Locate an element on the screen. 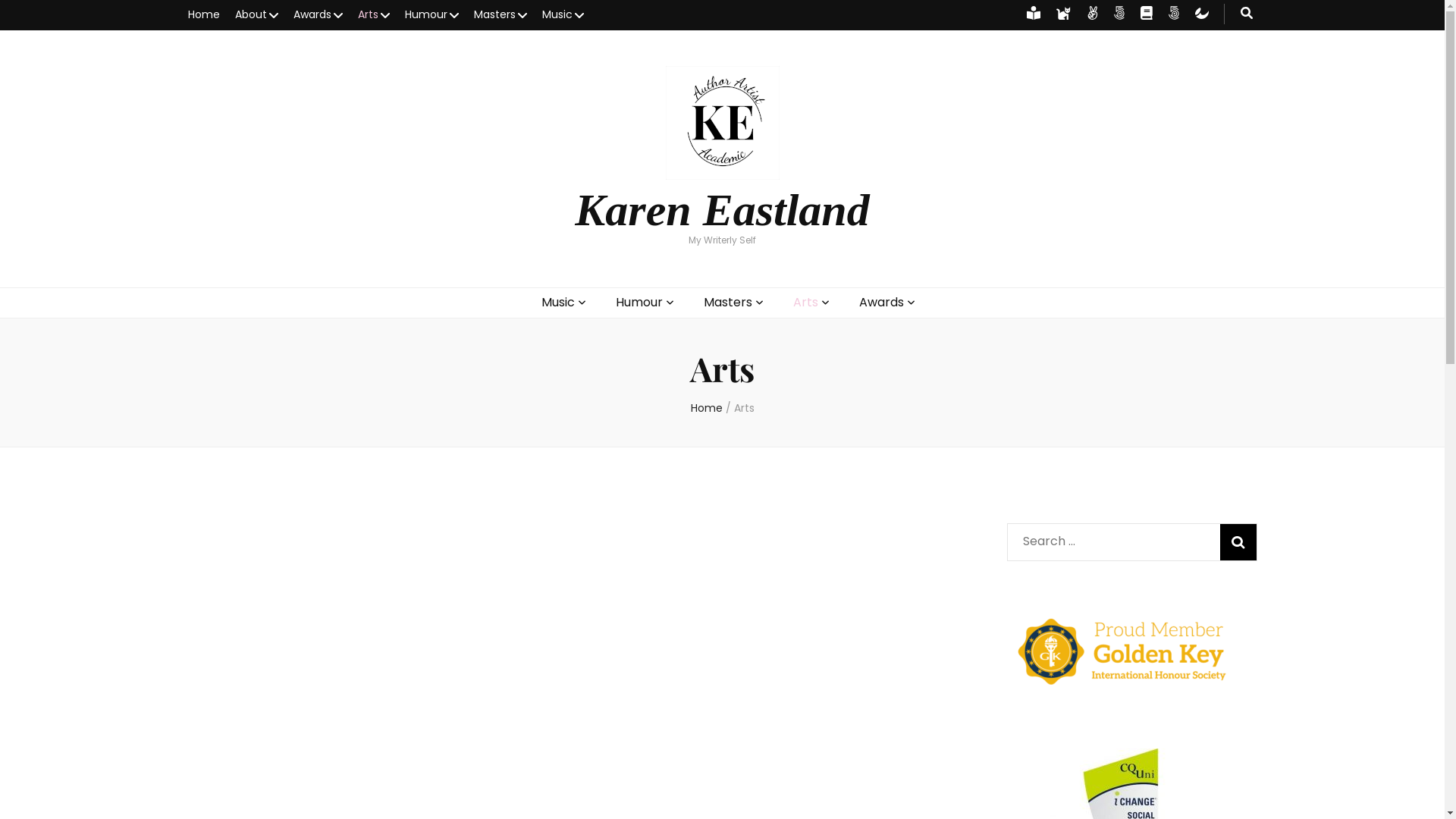 The height and width of the screenshot is (819, 1456). 'Humour' is located at coordinates (431, 14).